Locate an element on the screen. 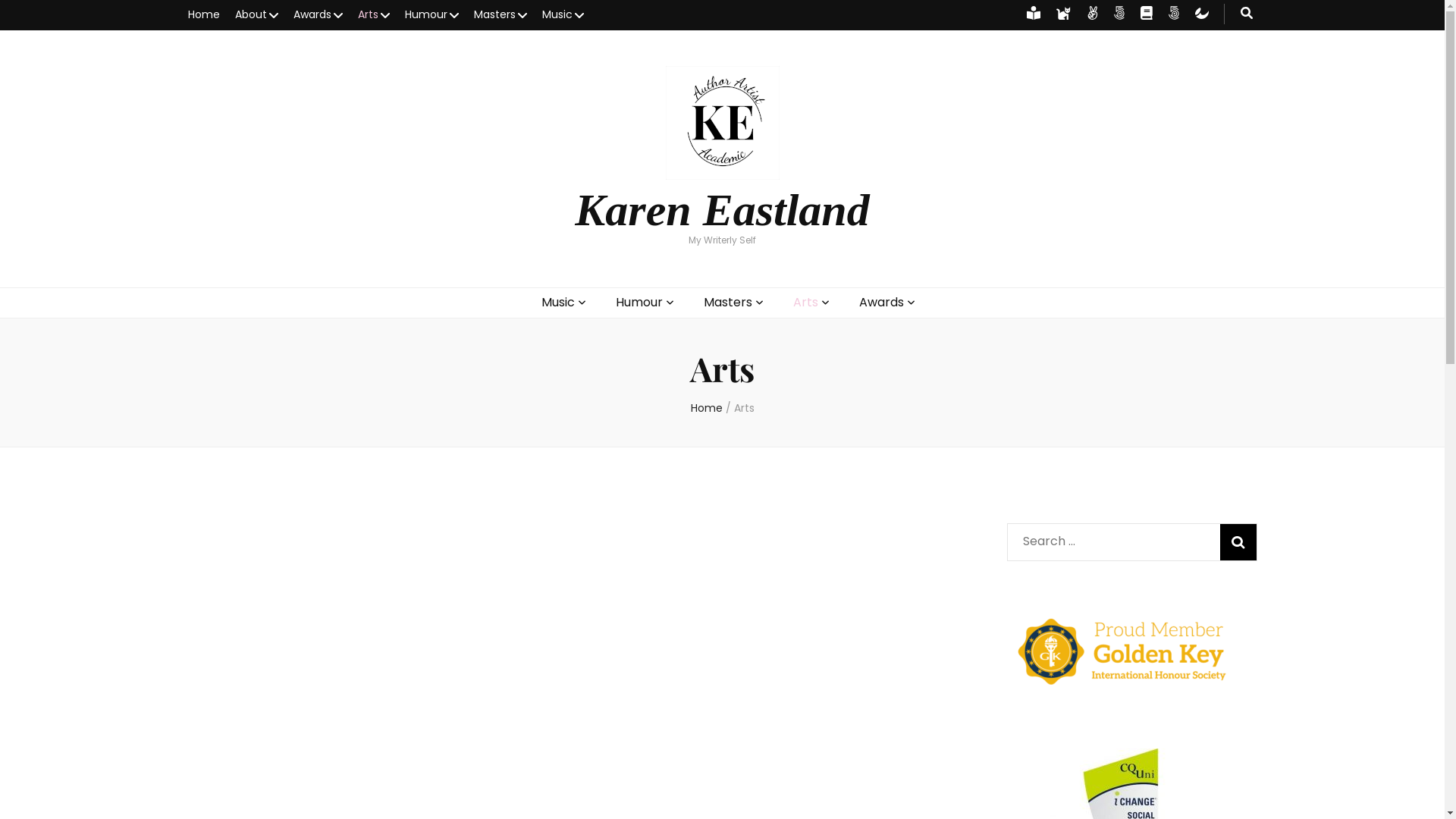 The height and width of the screenshot is (819, 1456). 'Humour' is located at coordinates (431, 14).